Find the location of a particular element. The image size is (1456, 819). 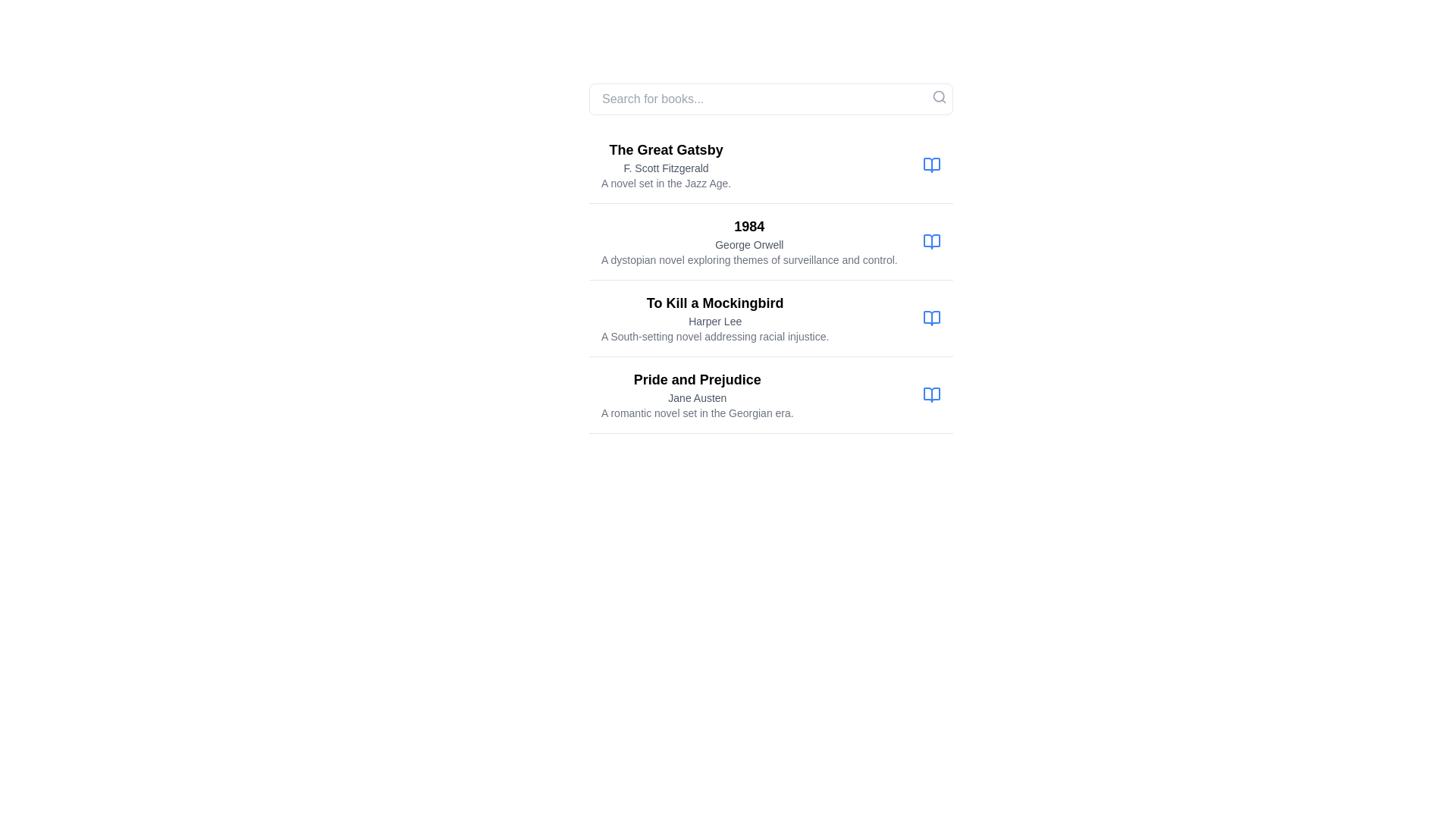

the small magnifying glass icon located at the top-right corner of the search bar is located at coordinates (938, 96).